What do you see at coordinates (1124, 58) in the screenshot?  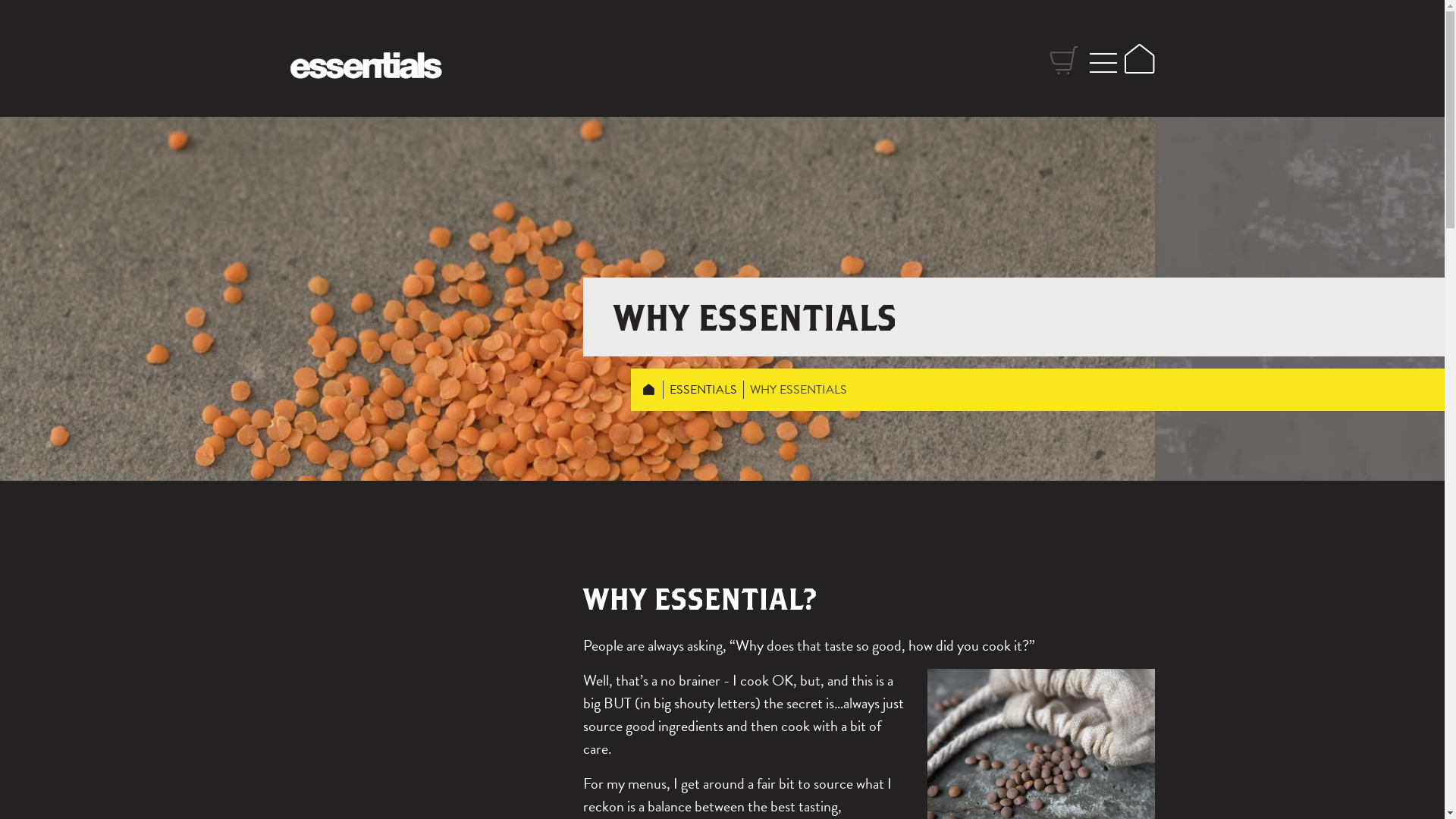 I see `'Home'` at bounding box center [1124, 58].